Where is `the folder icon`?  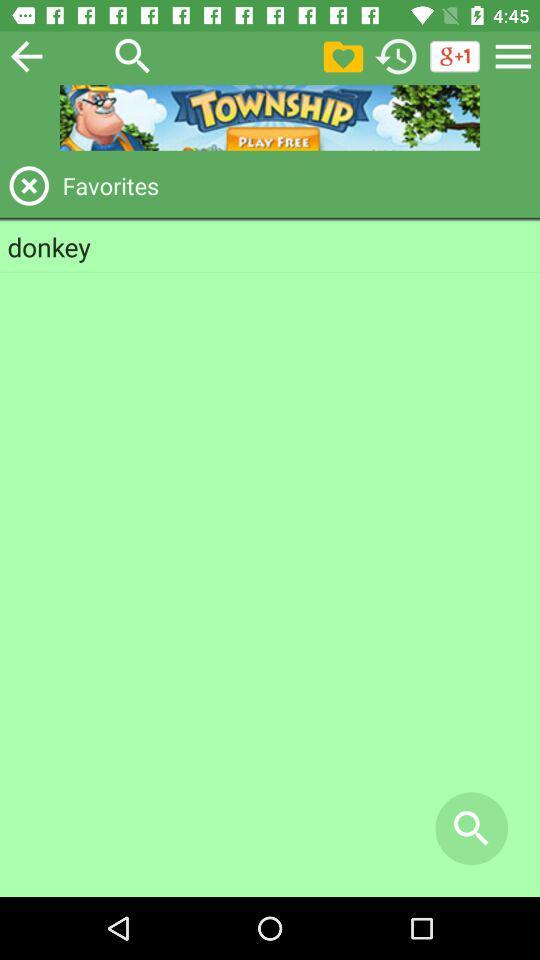 the folder icon is located at coordinates (342, 55).